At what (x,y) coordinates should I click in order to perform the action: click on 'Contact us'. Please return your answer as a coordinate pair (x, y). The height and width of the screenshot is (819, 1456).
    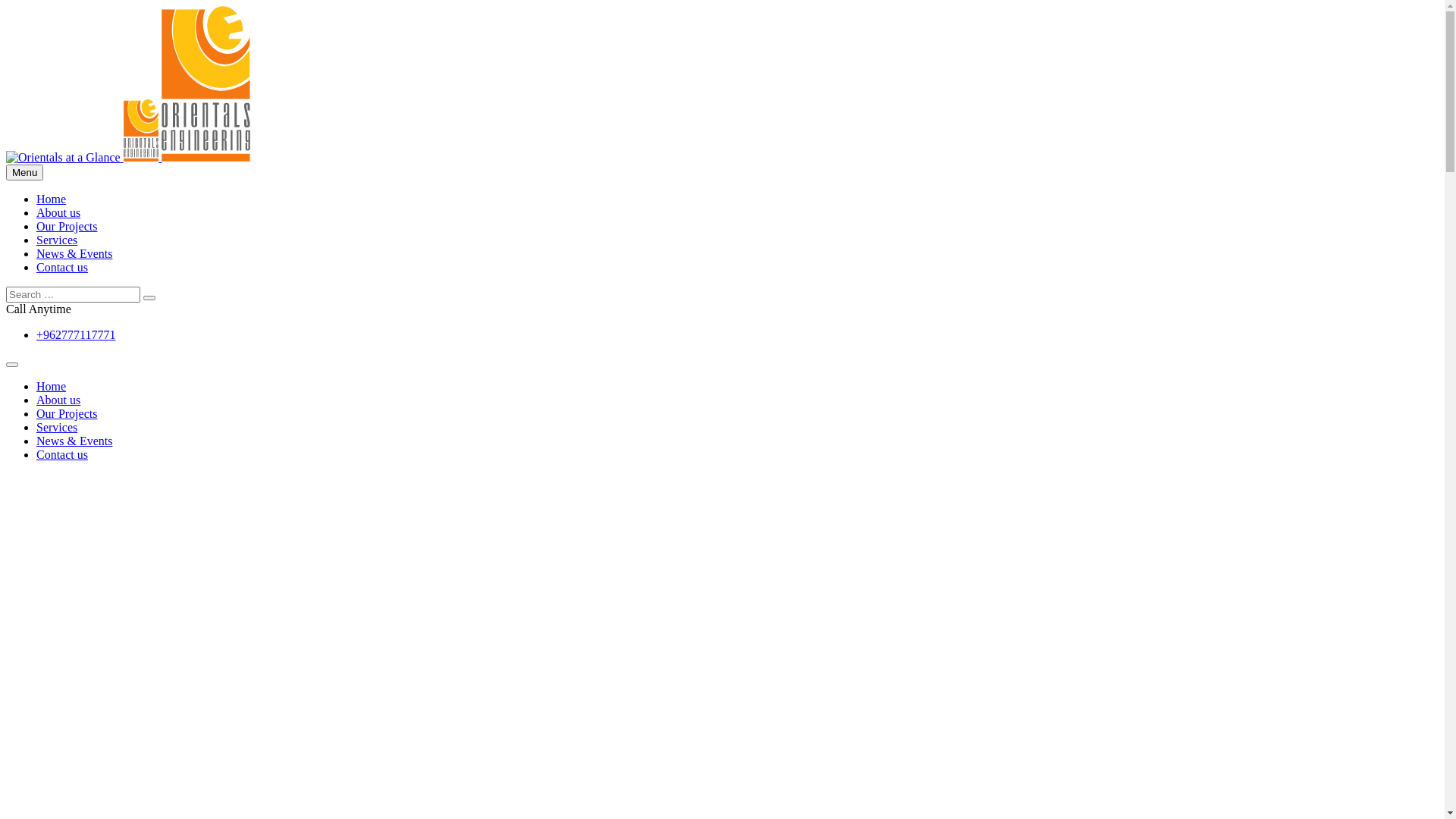
    Looking at the image, I should click on (61, 266).